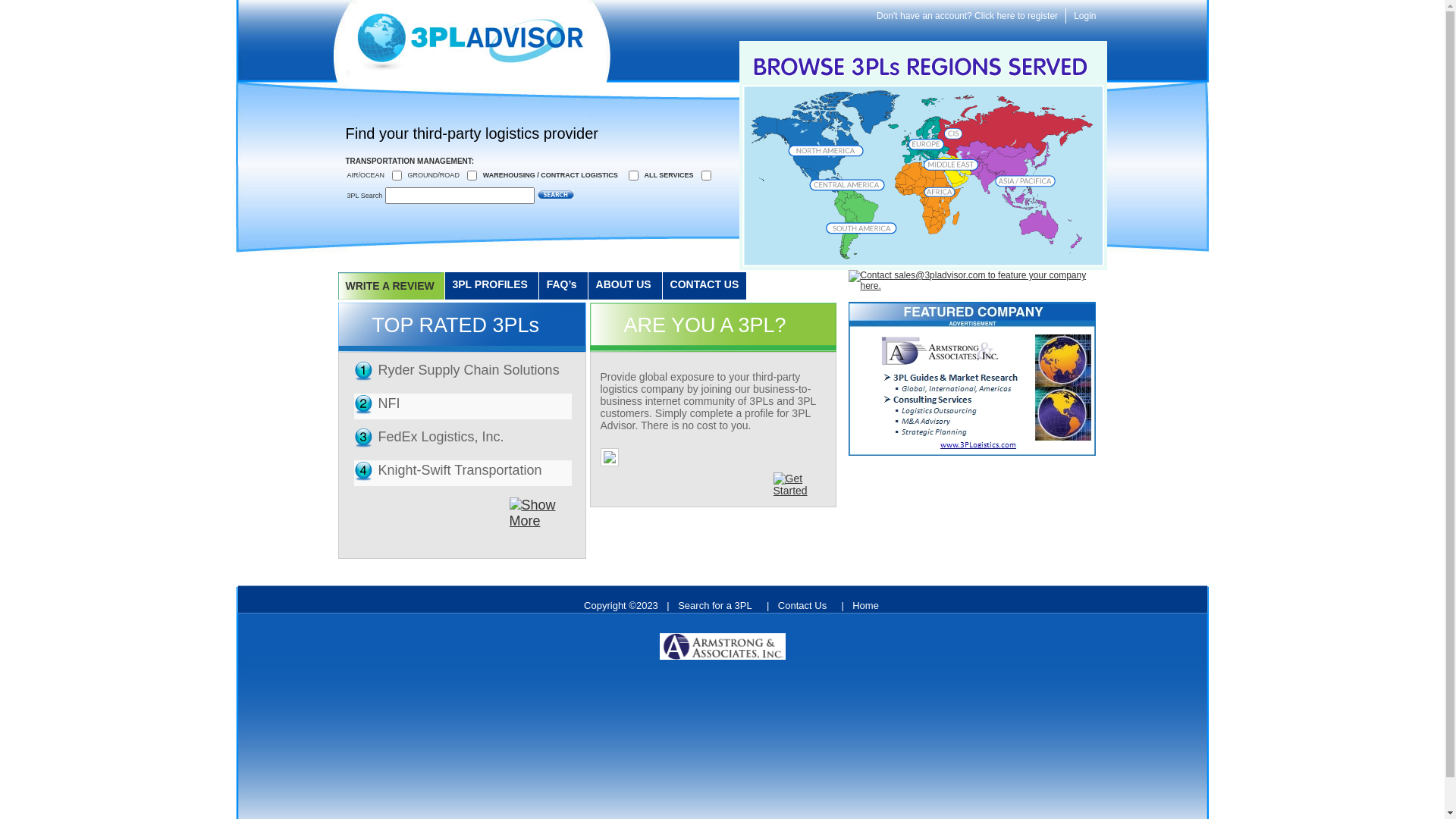 The image size is (1456, 819). Describe the element at coordinates (662, 286) in the screenshot. I see `'CONTACT US'` at that location.